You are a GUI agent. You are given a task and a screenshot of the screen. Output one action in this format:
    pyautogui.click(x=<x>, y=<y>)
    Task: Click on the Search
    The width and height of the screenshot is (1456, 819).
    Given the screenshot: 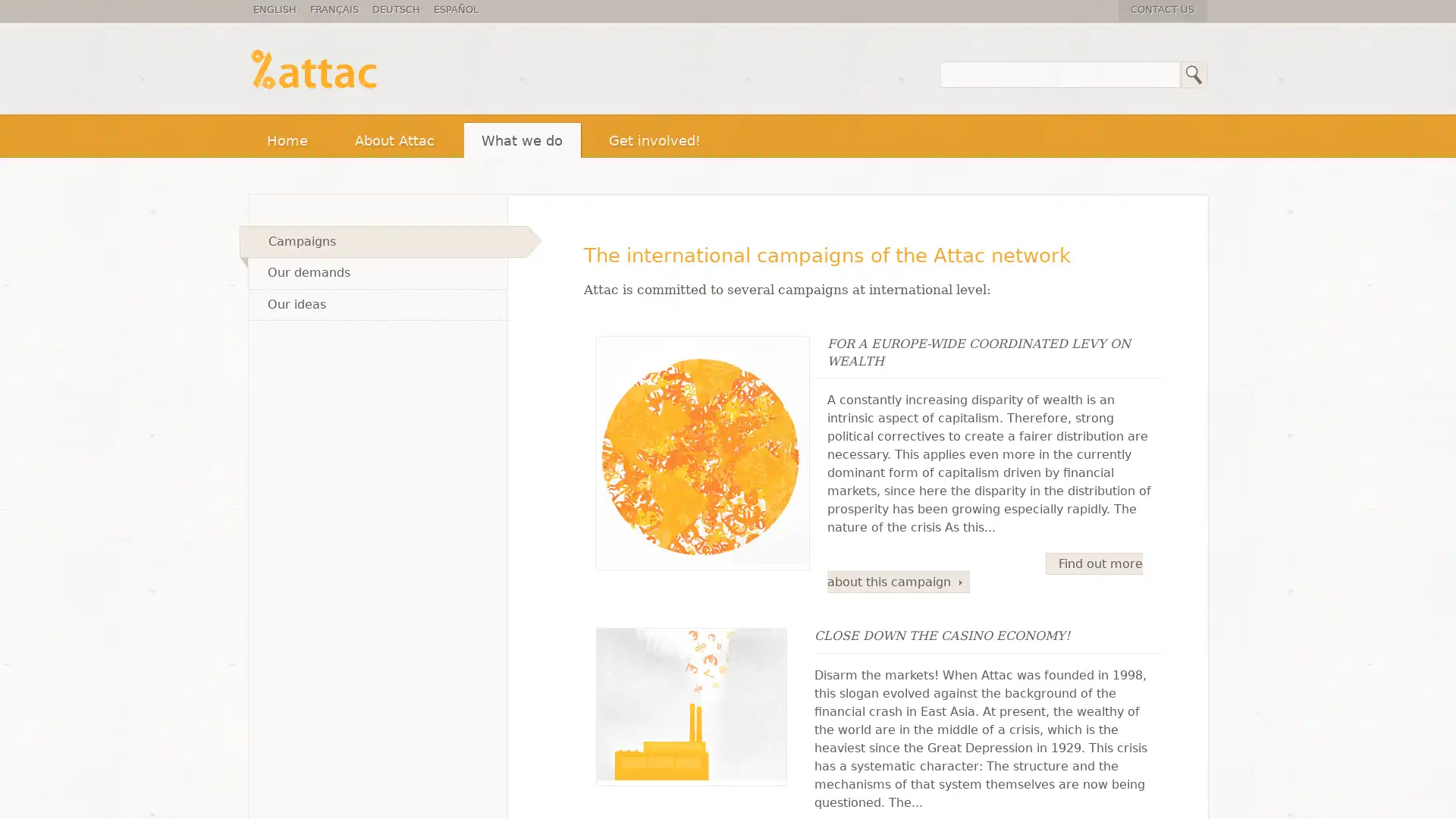 What is the action you would take?
    pyautogui.click(x=1193, y=74)
    